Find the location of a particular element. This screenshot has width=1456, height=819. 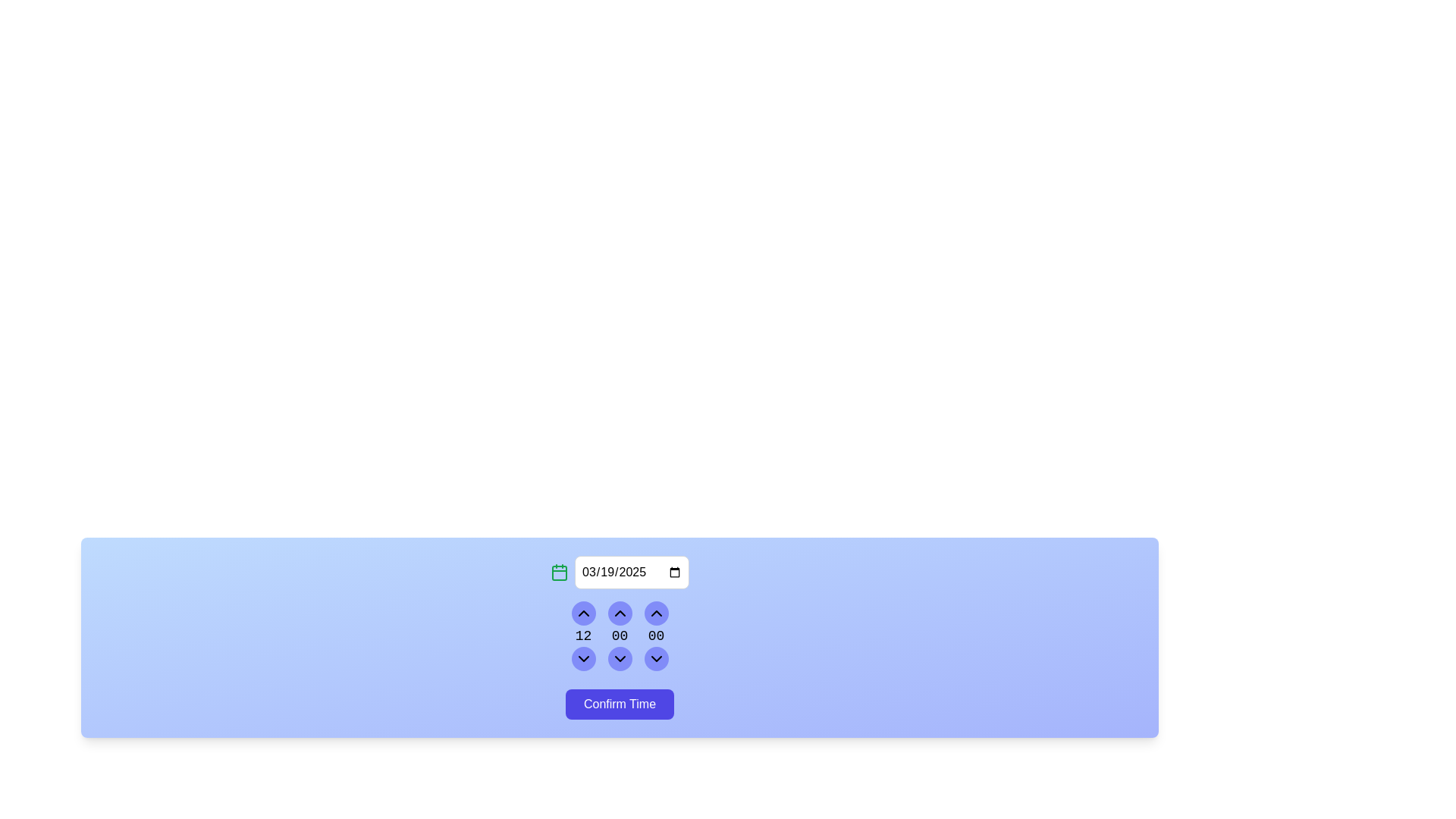

the decrement button in the middle column of the time picker to decrease the displayed time value is located at coordinates (620, 636).